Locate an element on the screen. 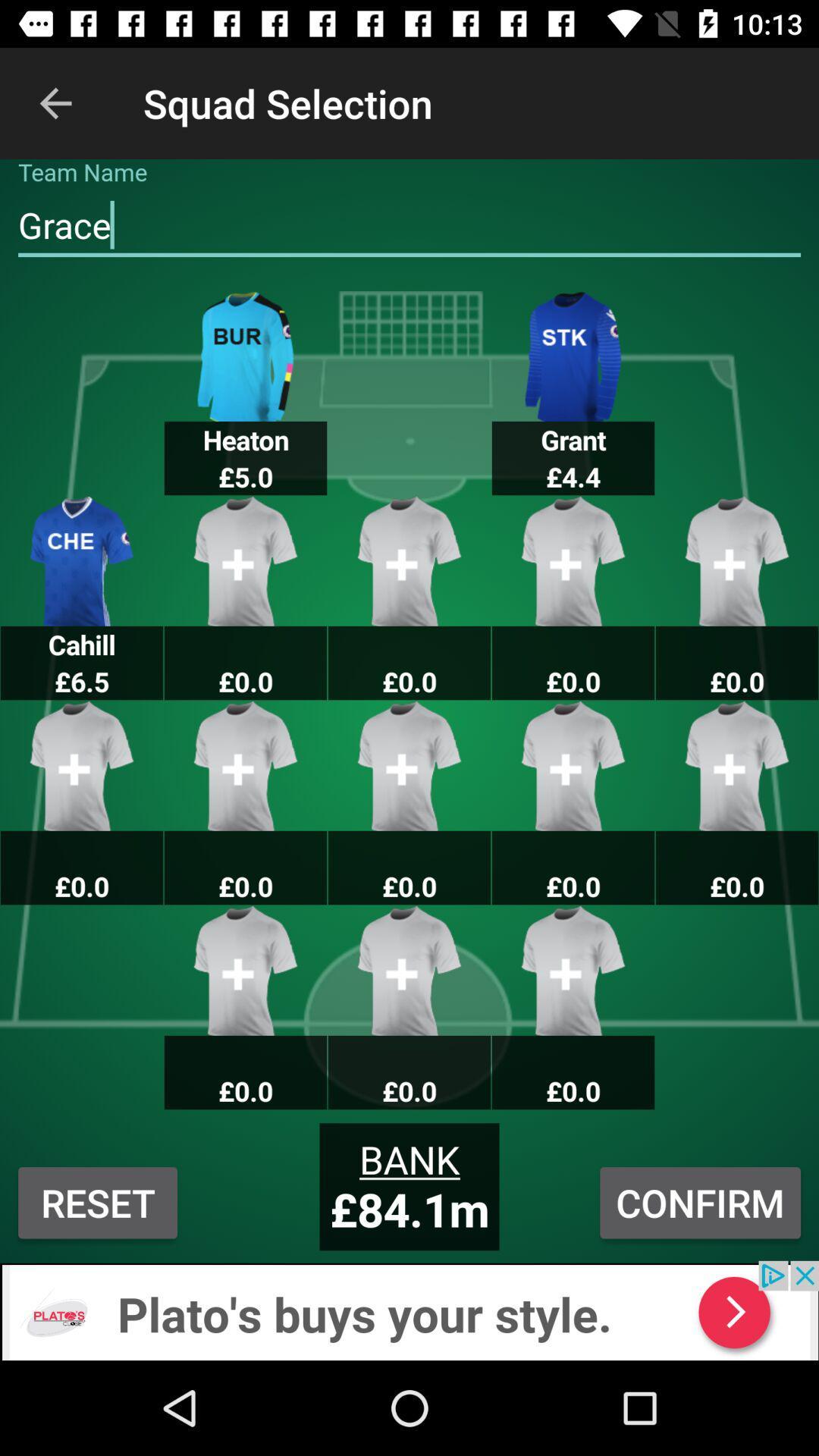  the last plus symbol grey color tshirt is located at coordinates (573, 971).